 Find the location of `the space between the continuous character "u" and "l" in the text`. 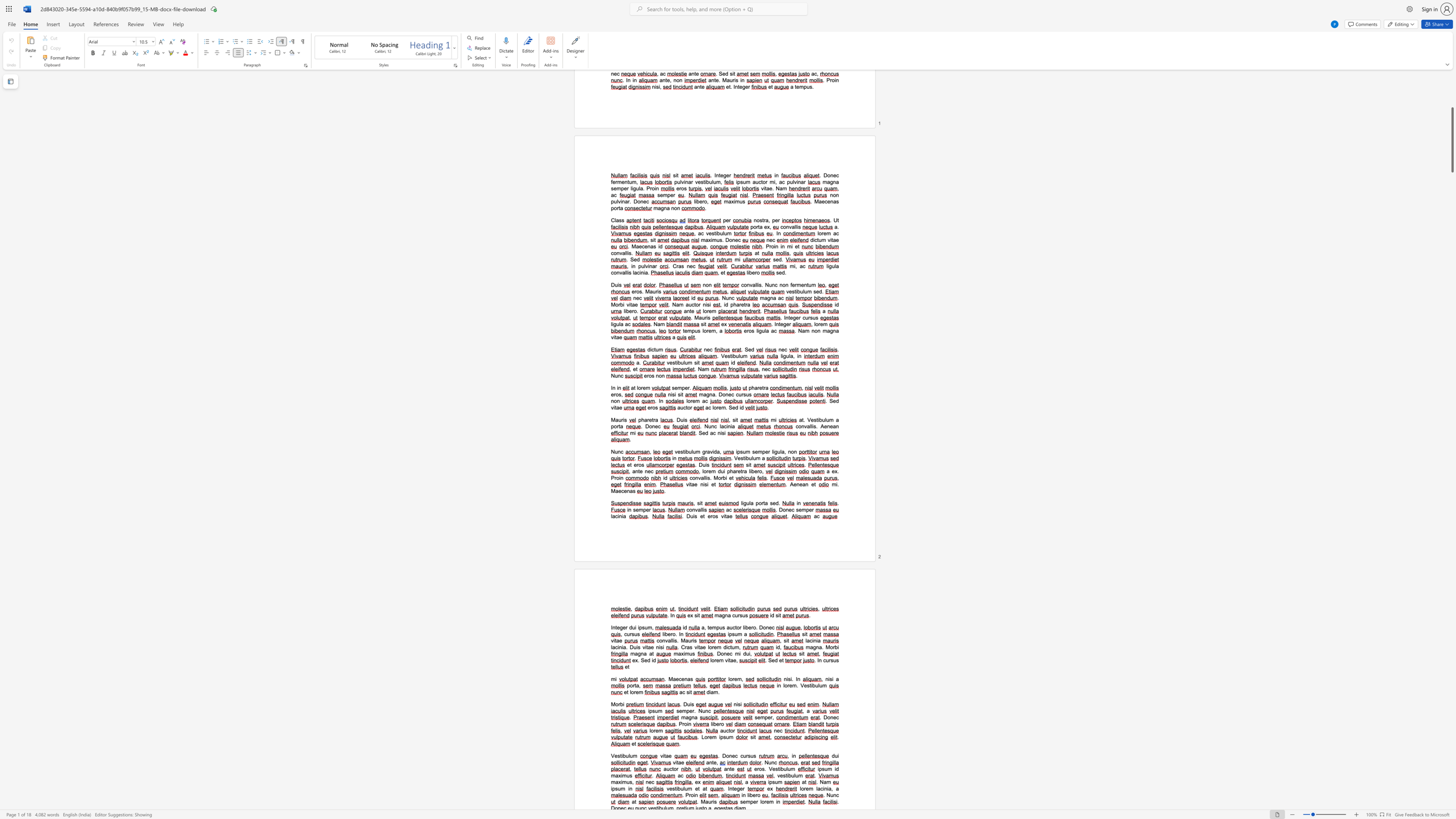

the space between the continuous character "u" and "l" in the text is located at coordinates (785, 768).